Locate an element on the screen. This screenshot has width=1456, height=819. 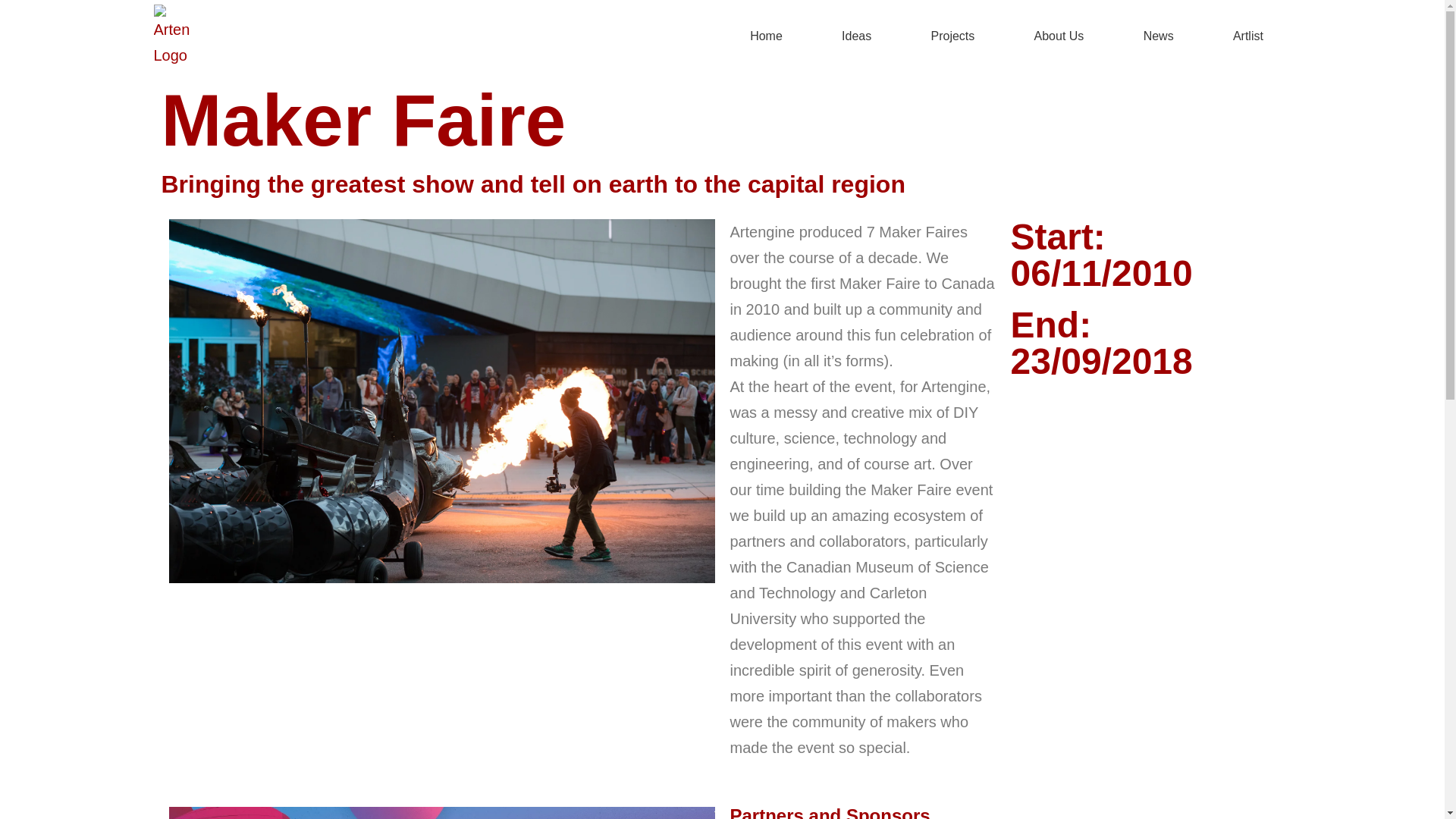
'About Us' is located at coordinates (1006, 35).